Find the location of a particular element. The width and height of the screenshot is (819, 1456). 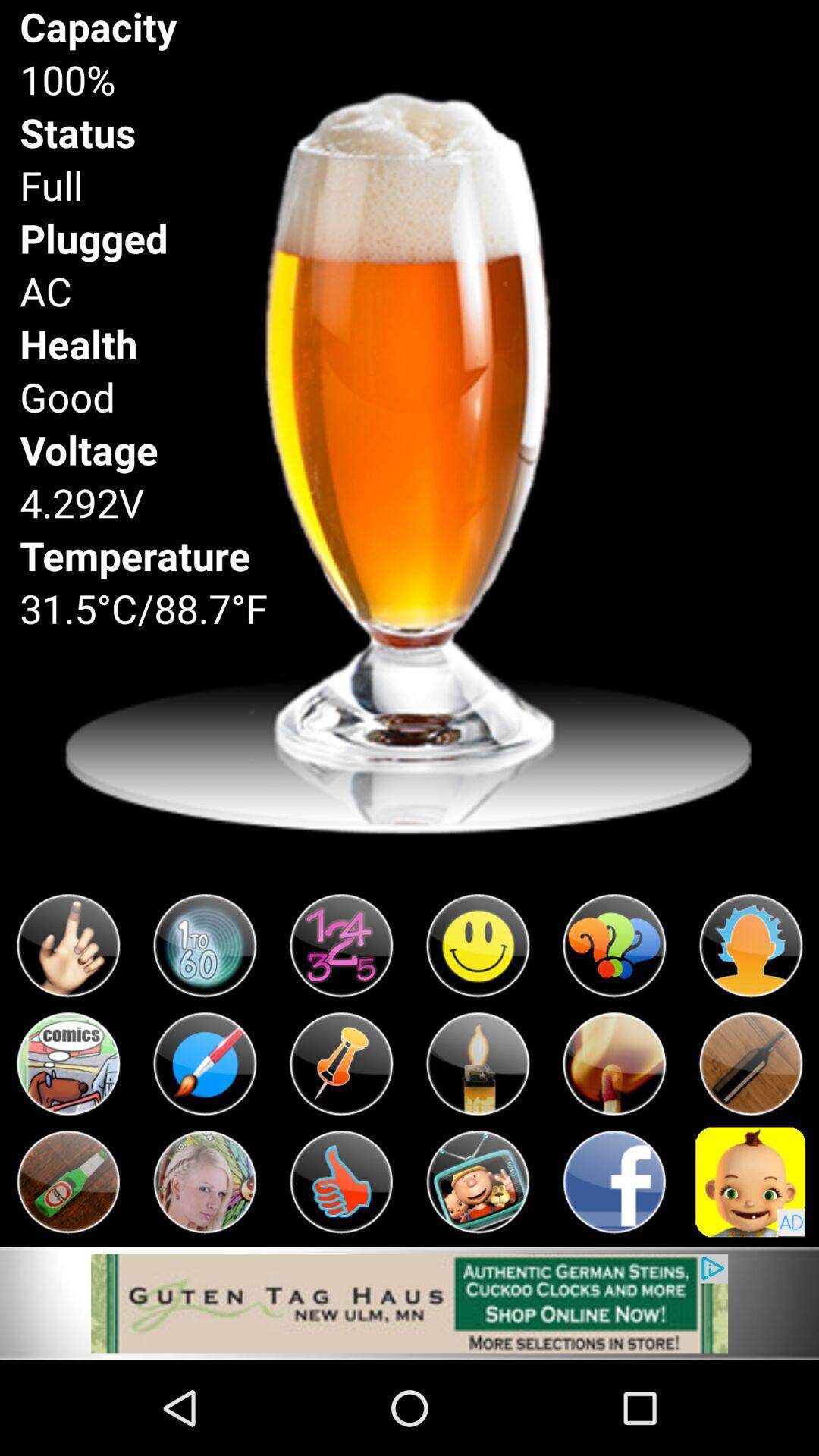

the thumbs_up icon is located at coordinates (341, 1265).